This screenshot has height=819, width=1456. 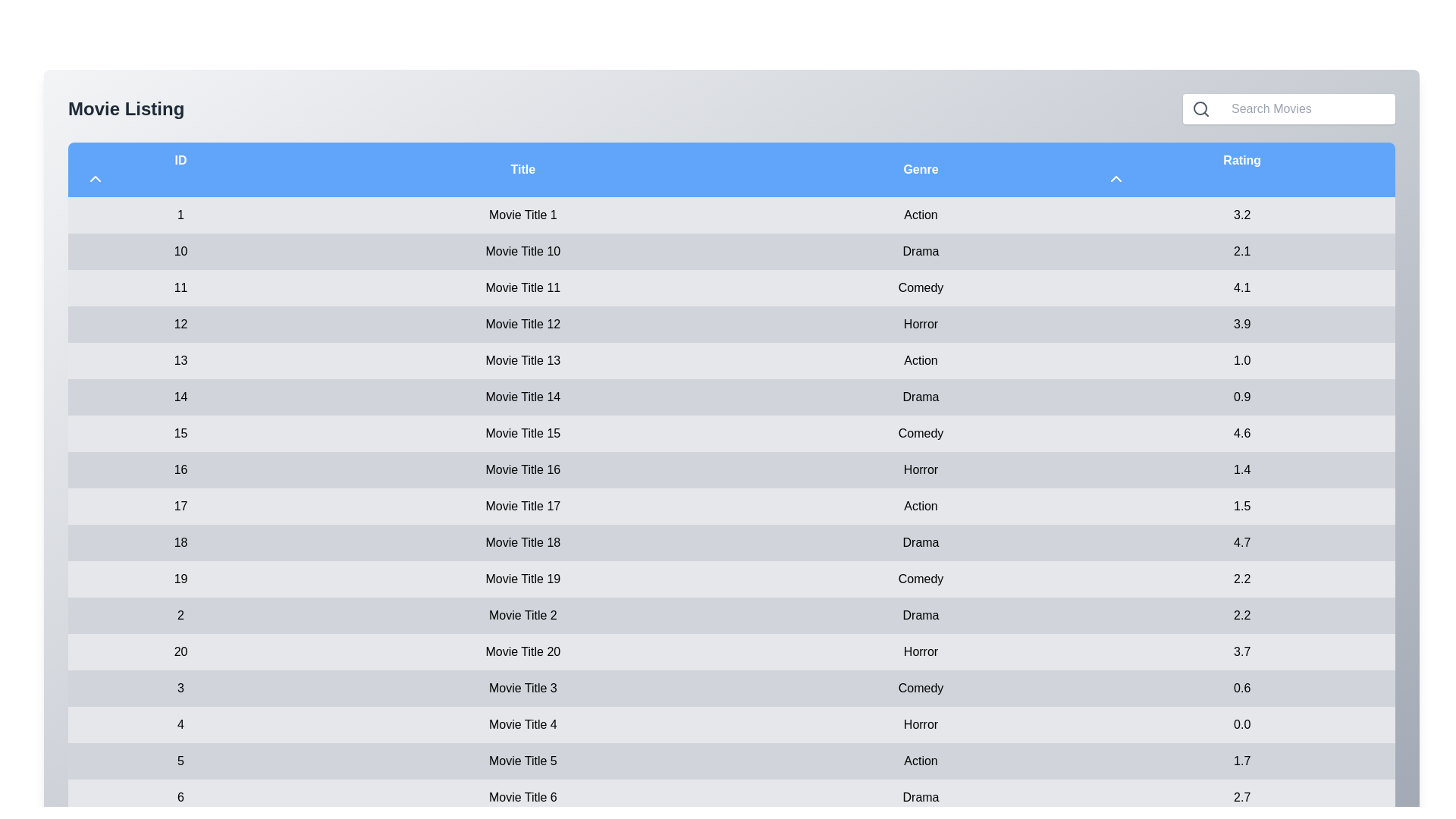 What do you see at coordinates (1306, 108) in the screenshot?
I see `the search bar and type the movie name` at bounding box center [1306, 108].